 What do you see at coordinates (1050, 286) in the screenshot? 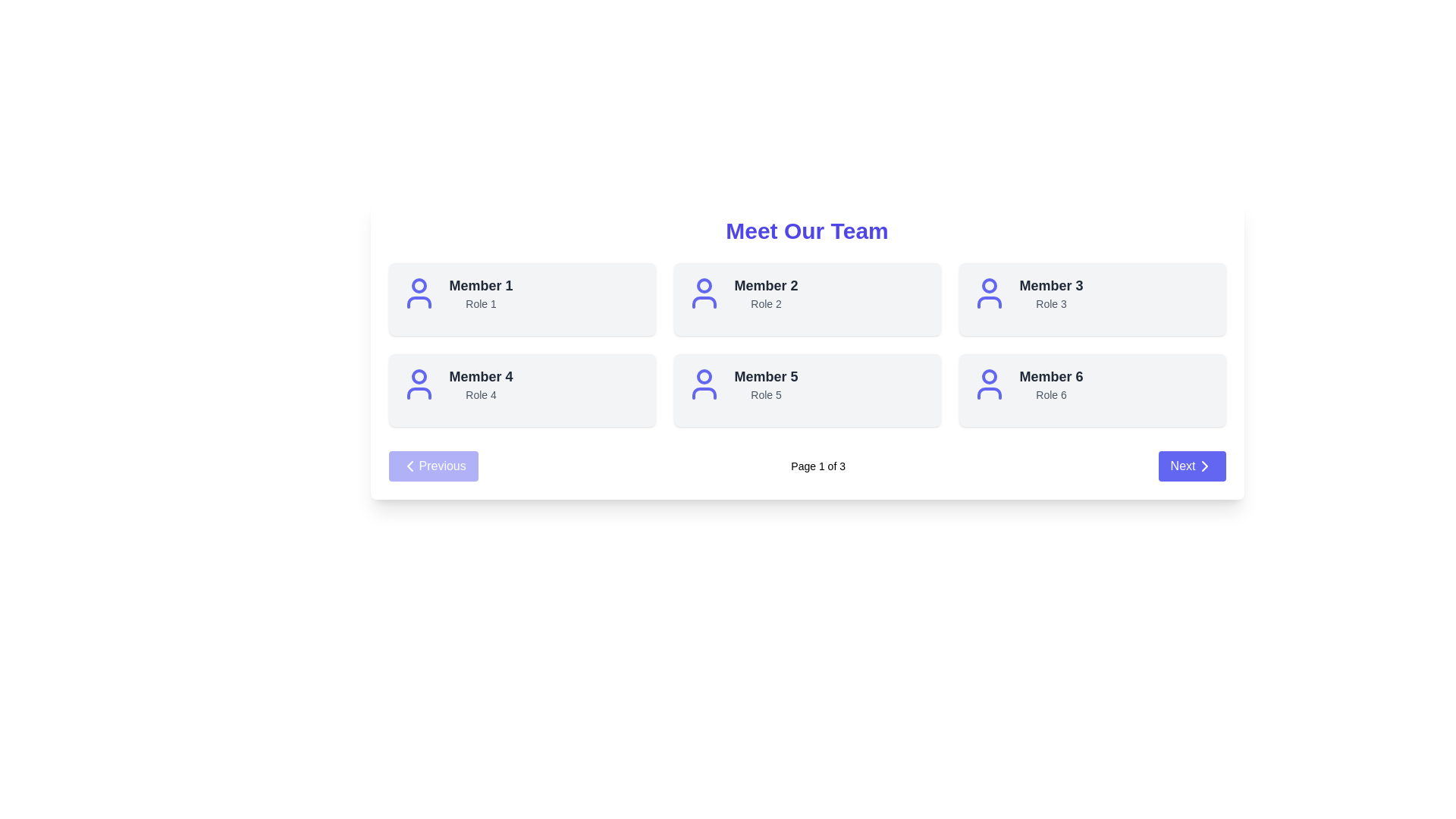
I see `the Text label displaying 'Member 3' in the team section, located in the top row, third column of the interface` at bounding box center [1050, 286].